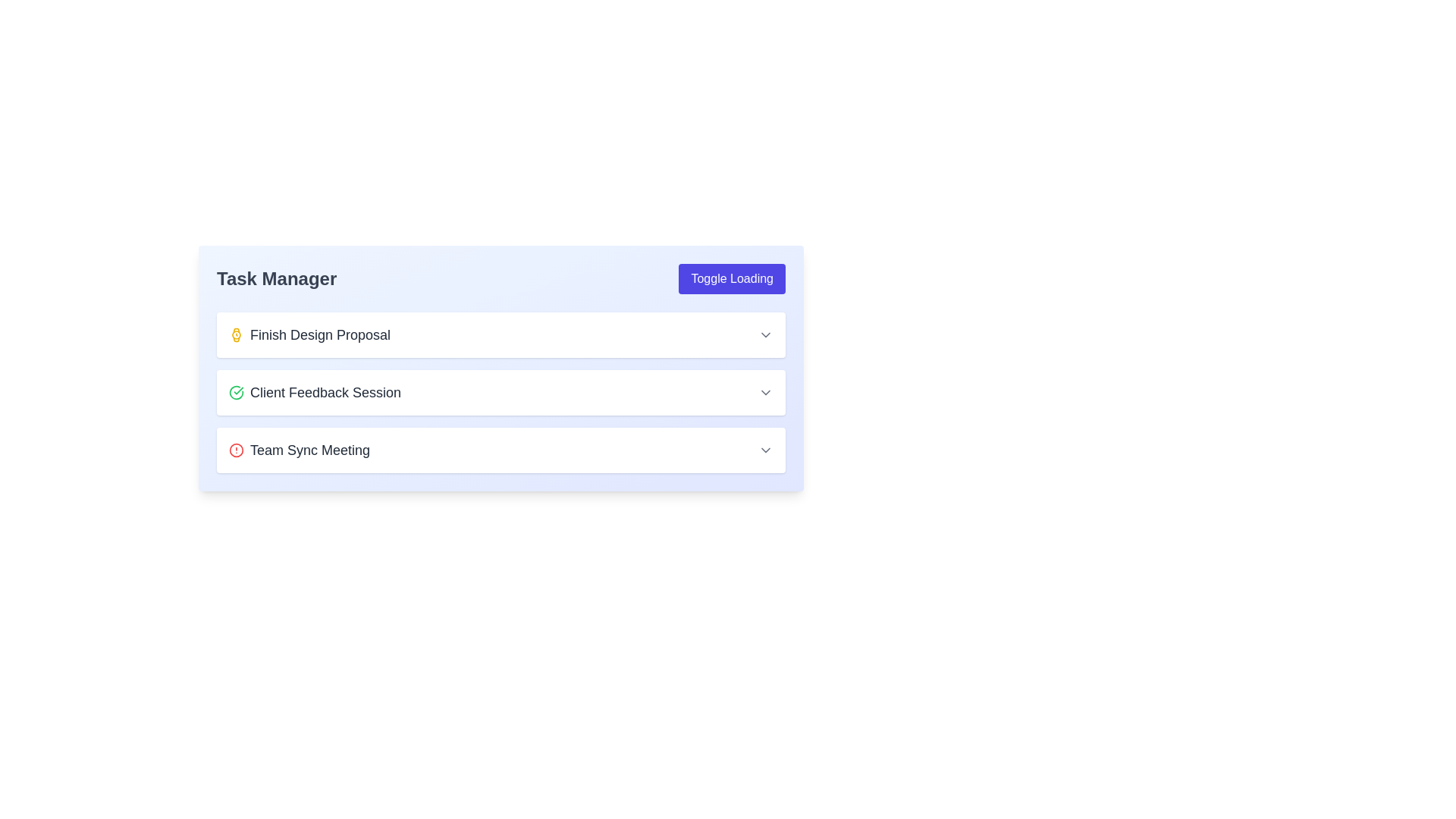 The image size is (1456, 819). What do you see at coordinates (501, 450) in the screenshot?
I see `the 'Team Sync Meeting' task item in the Task Manager section` at bounding box center [501, 450].